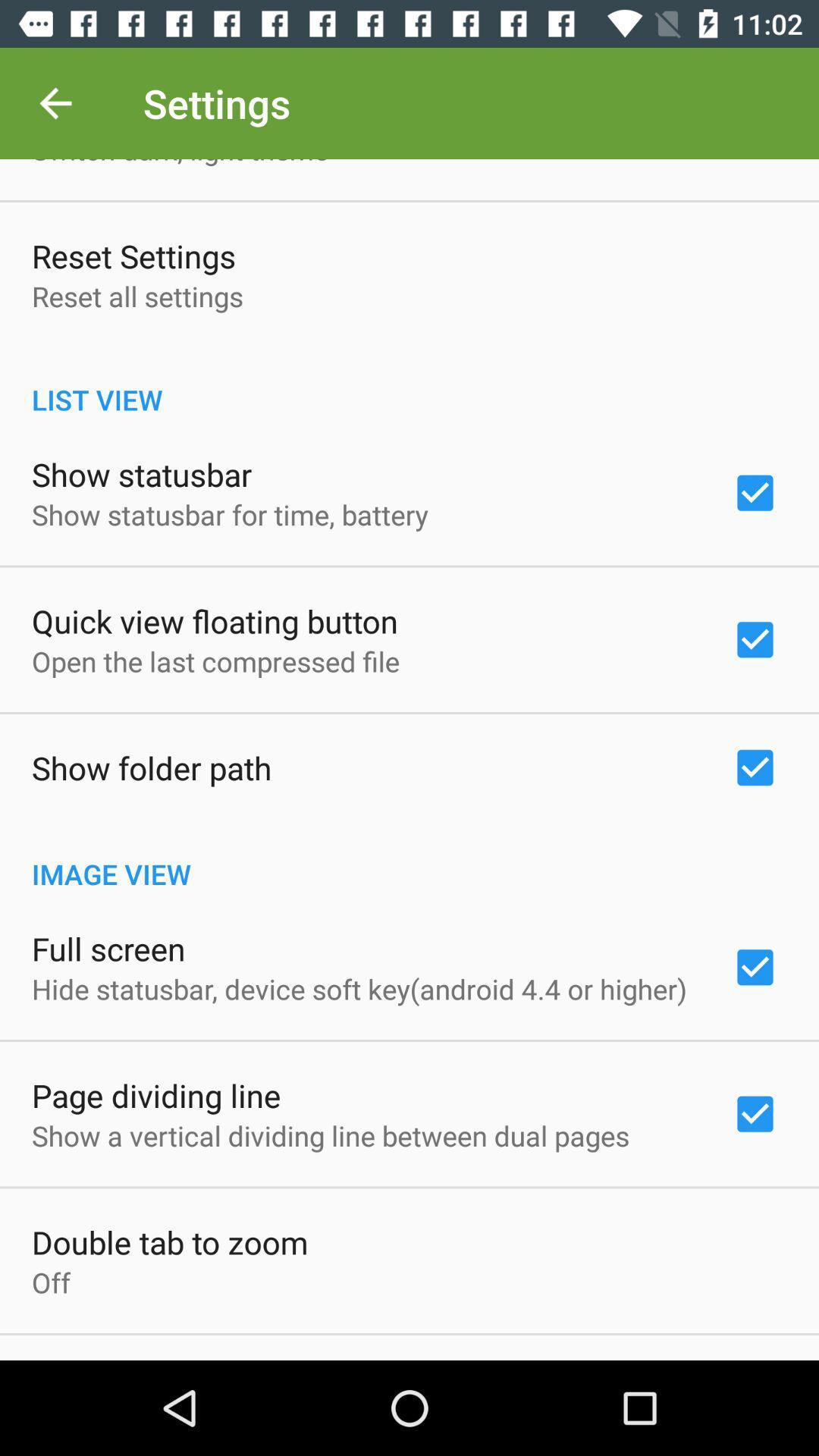  What do you see at coordinates (409, 858) in the screenshot?
I see `image view icon` at bounding box center [409, 858].